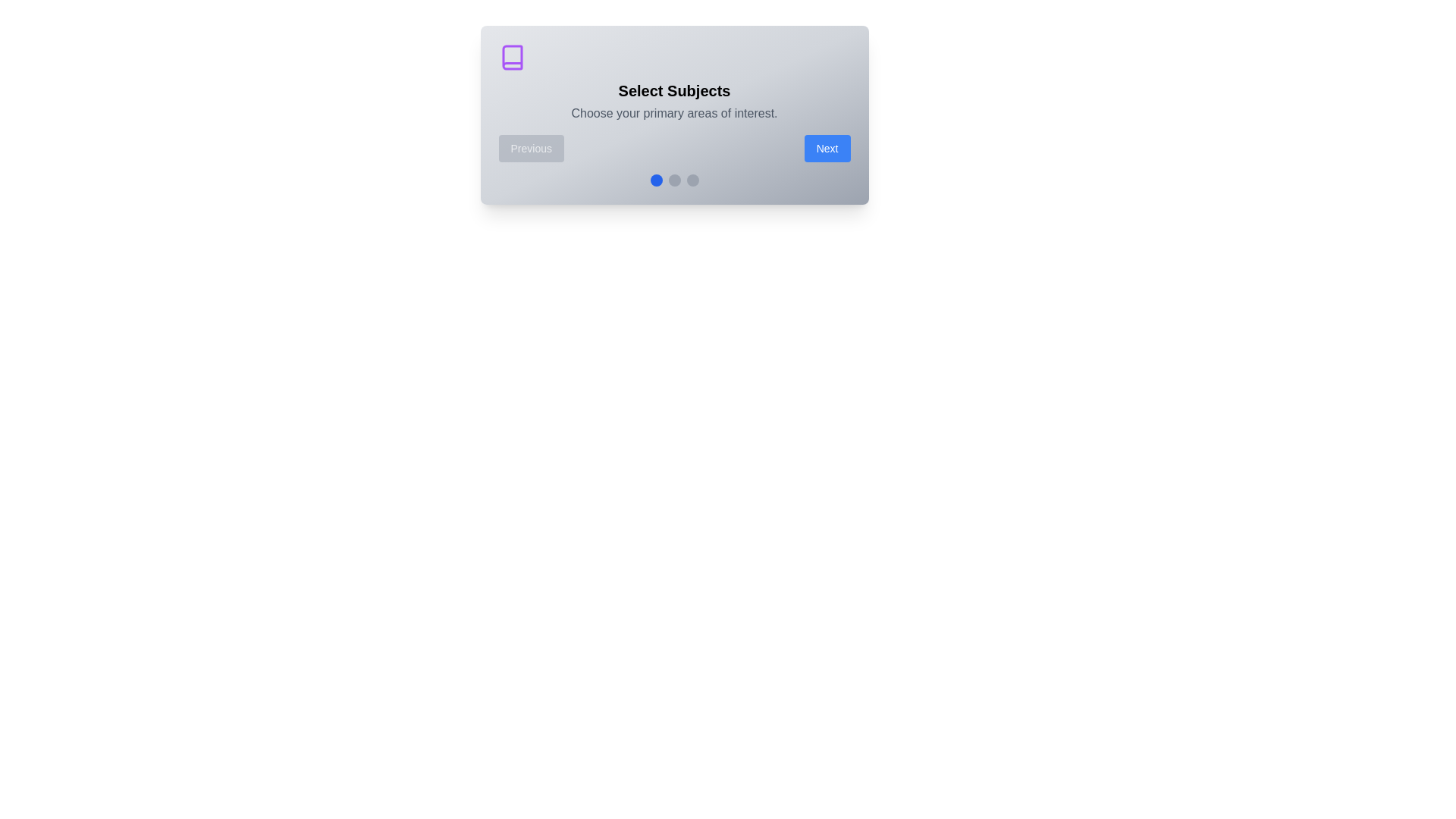 The image size is (1456, 819). I want to click on the displayed icon to interact with it, so click(512, 57).